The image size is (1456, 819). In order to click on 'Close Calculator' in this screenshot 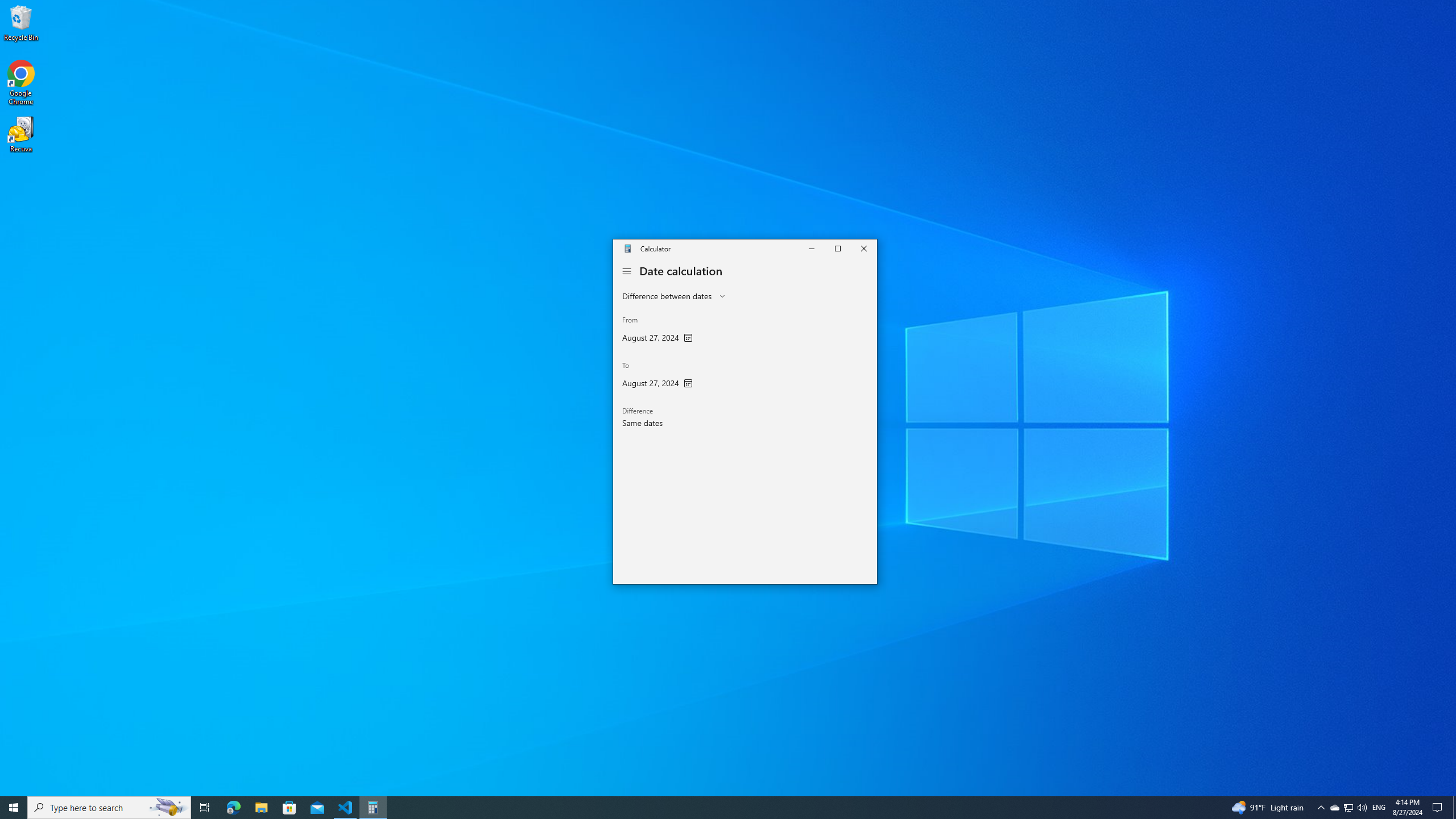, I will do `click(863, 248)`.